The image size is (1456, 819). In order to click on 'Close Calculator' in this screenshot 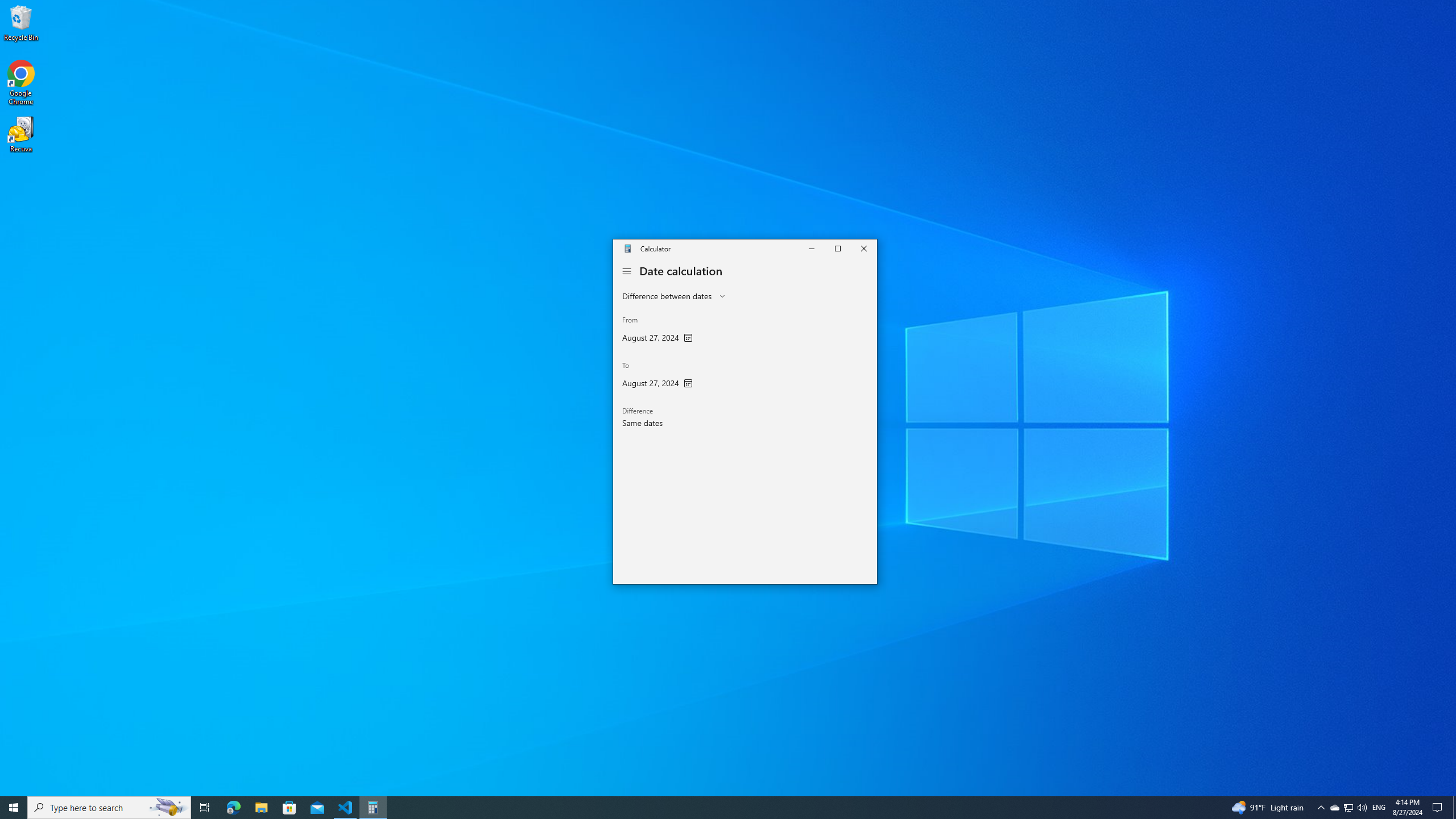, I will do `click(863, 248)`.